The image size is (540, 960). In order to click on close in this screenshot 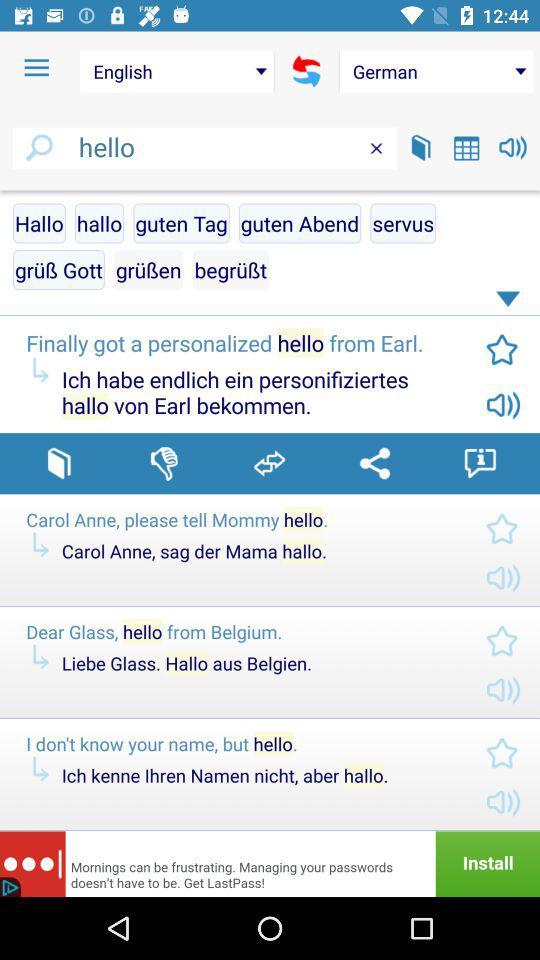, I will do `click(376, 147)`.